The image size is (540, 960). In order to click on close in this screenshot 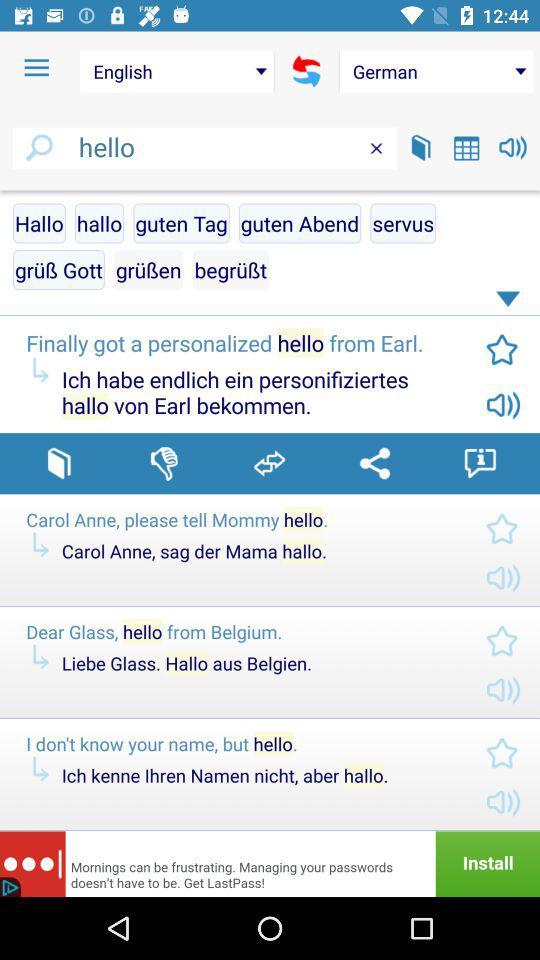, I will do `click(376, 147)`.